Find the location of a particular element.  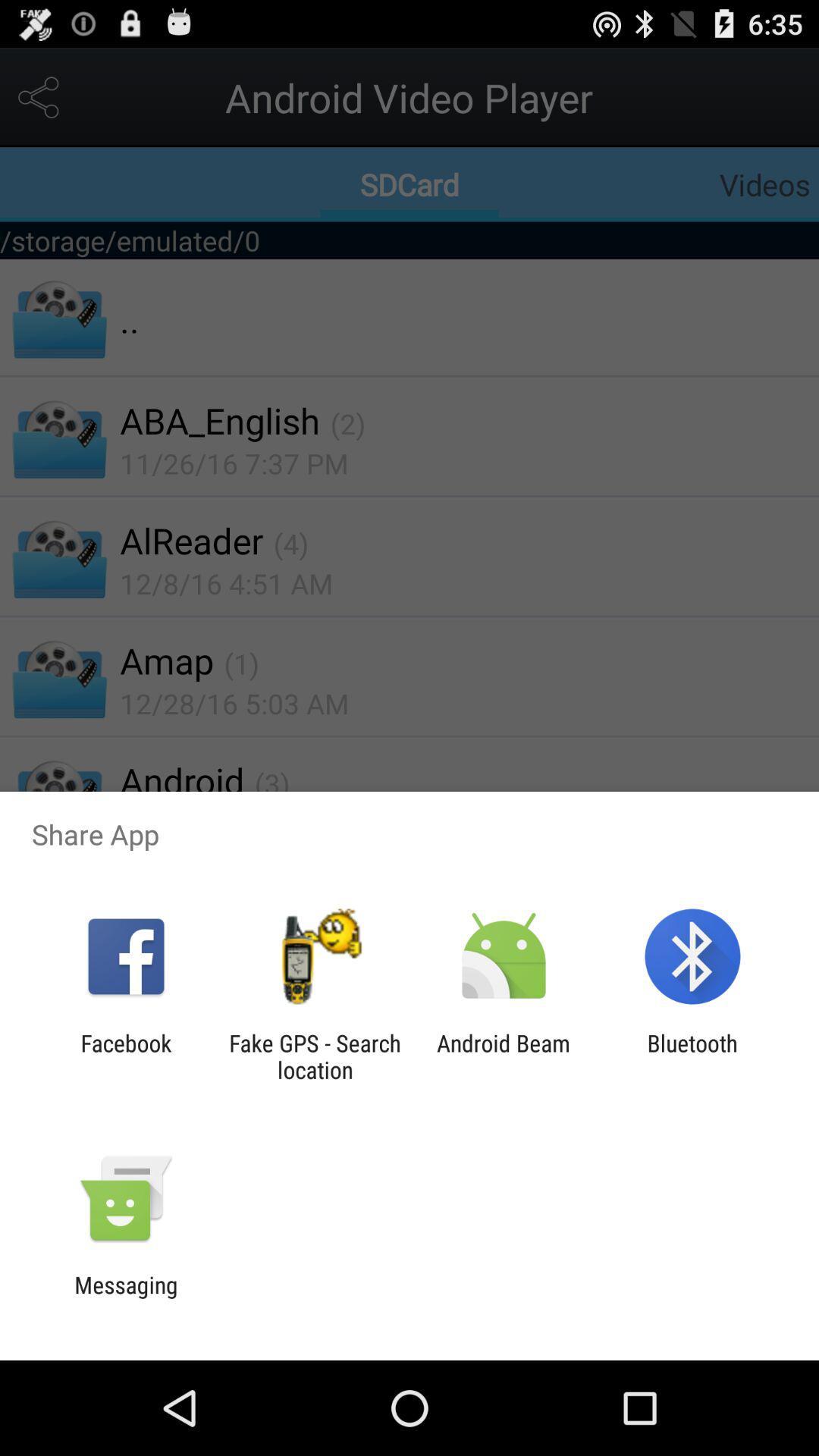

the bluetooth icon is located at coordinates (692, 1056).